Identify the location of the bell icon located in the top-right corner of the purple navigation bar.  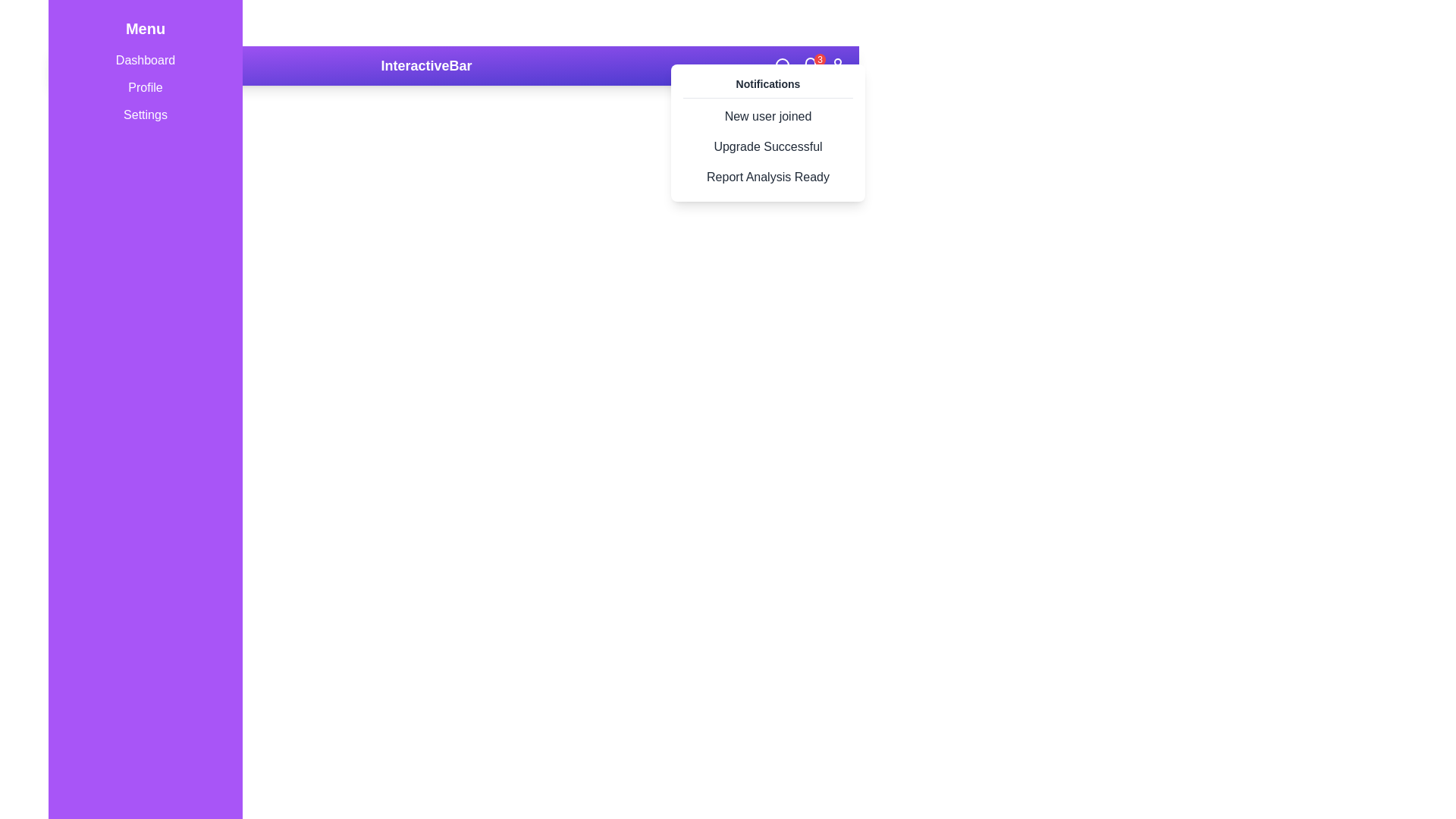
(819, 58).